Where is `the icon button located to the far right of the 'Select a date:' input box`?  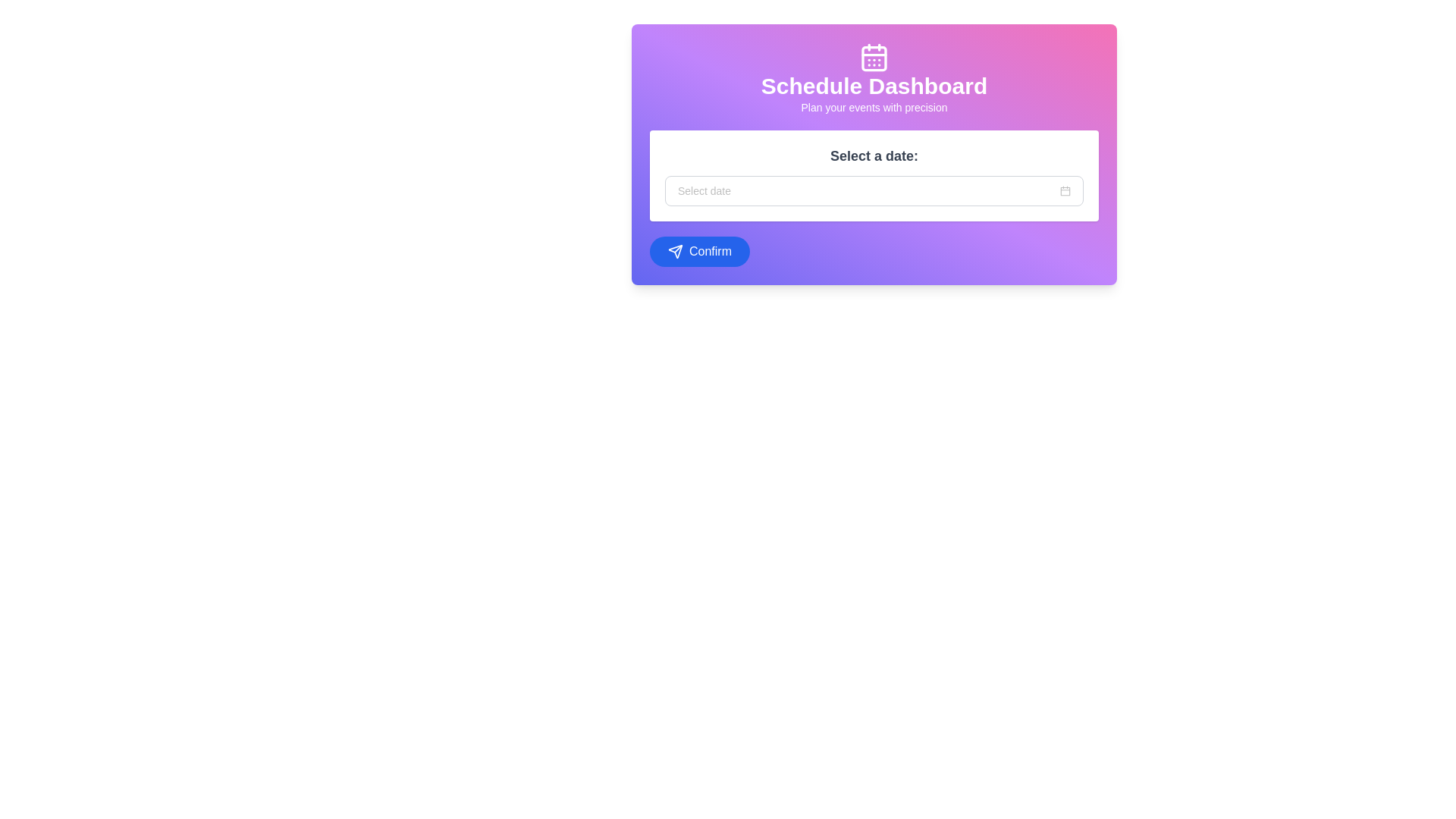
the icon button located to the far right of the 'Select a date:' input box is located at coordinates (1065, 190).